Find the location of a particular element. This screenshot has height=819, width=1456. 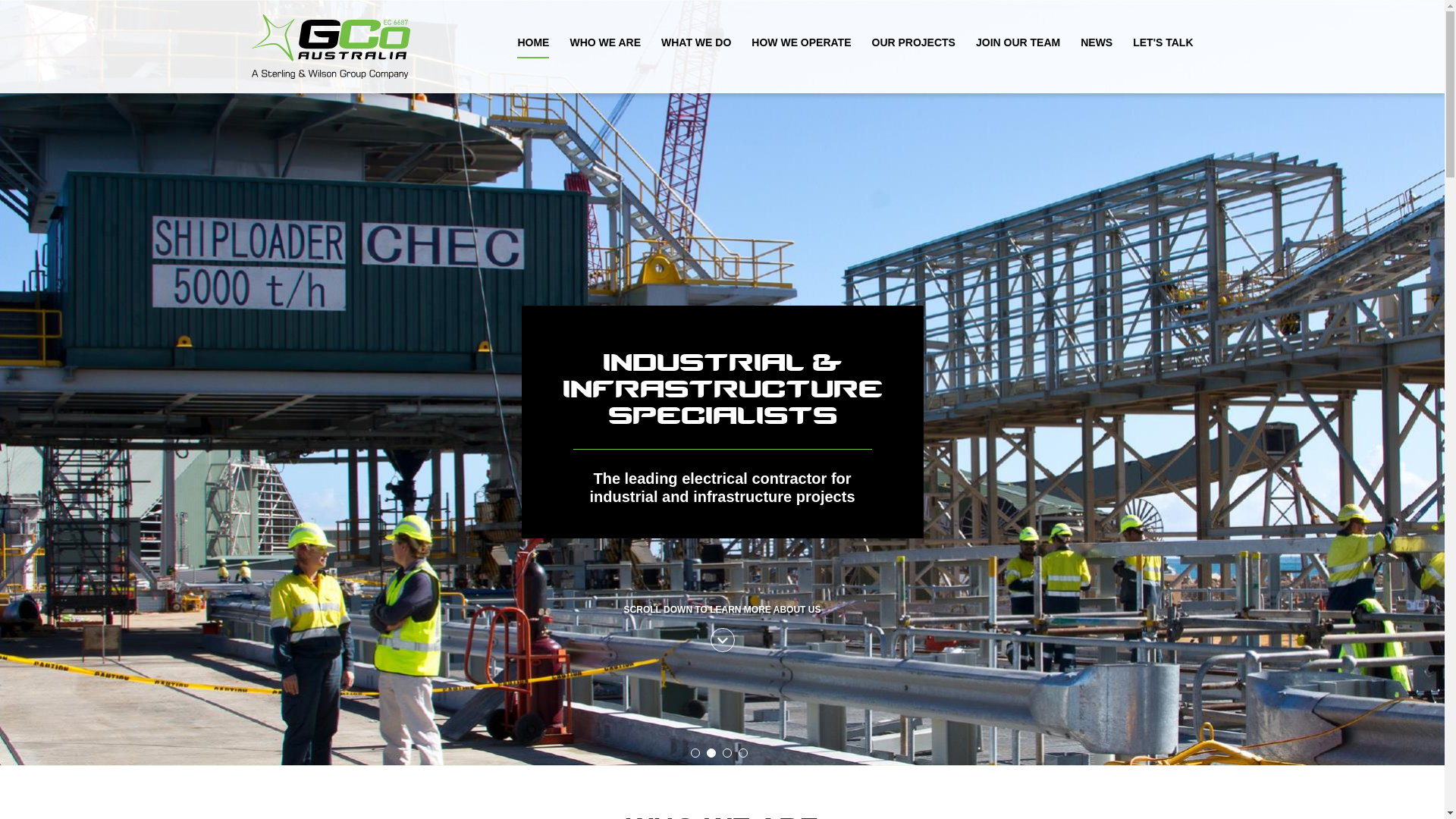

'JOIN OUR TEAM' is located at coordinates (1018, 42).